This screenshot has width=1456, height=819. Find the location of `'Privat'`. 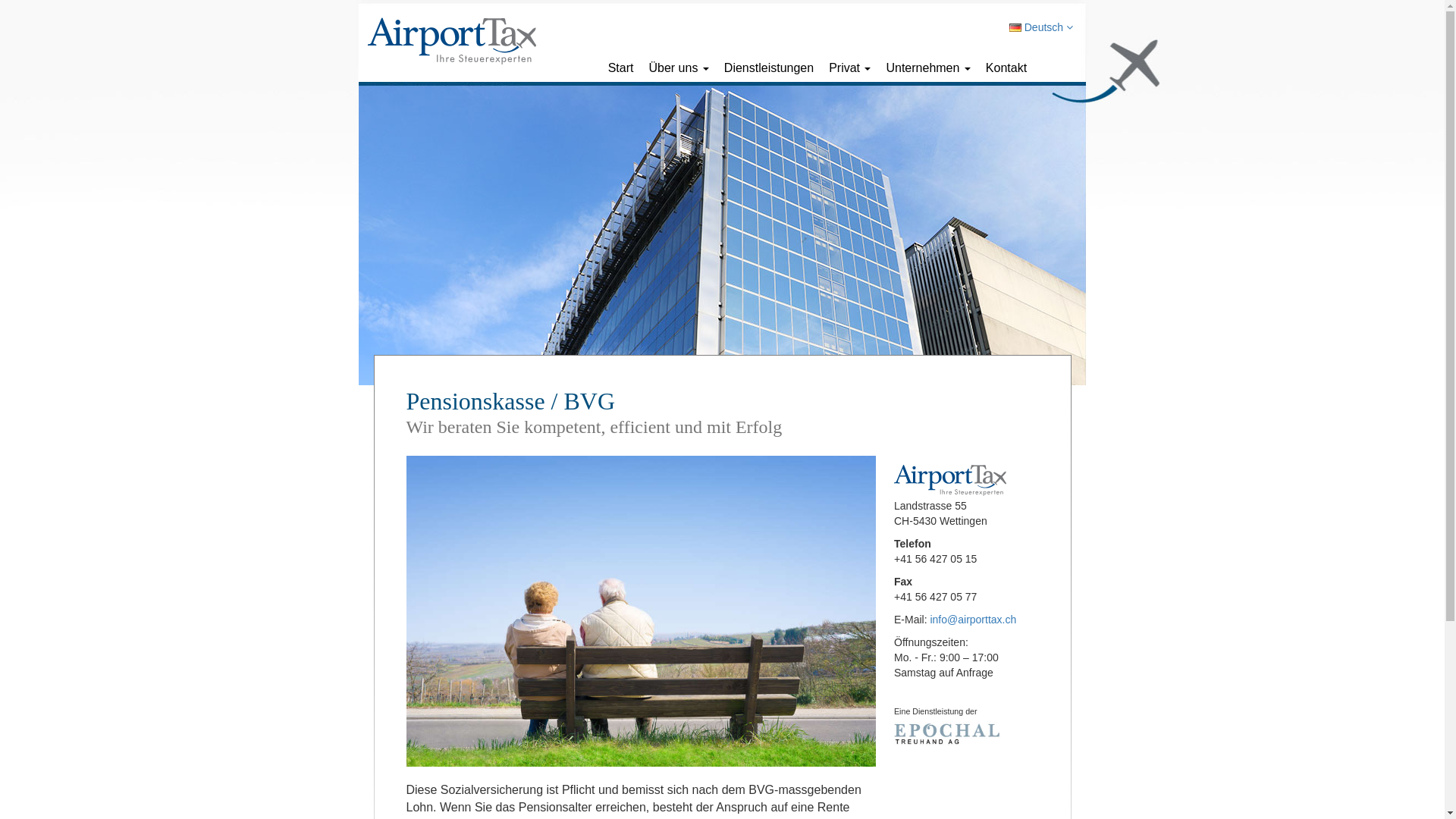

'Privat' is located at coordinates (849, 67).